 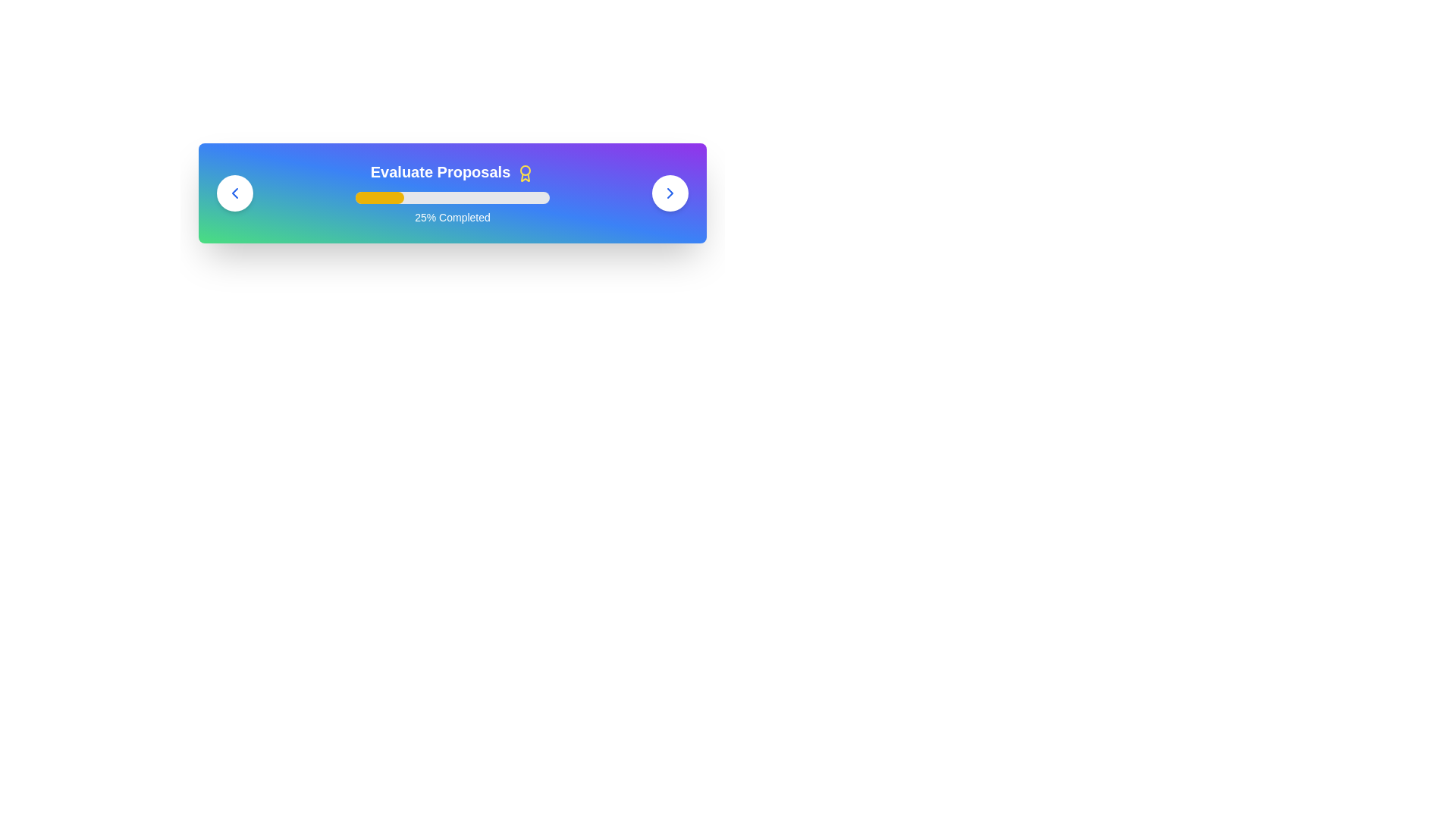 What do you see at coordinates (451, 192) in the screenshot?
I see `layout of the Progress Indicator with Text Information that displays 'Evaluate Proposals 25% Completed.'` at bounding box center [451, 192].